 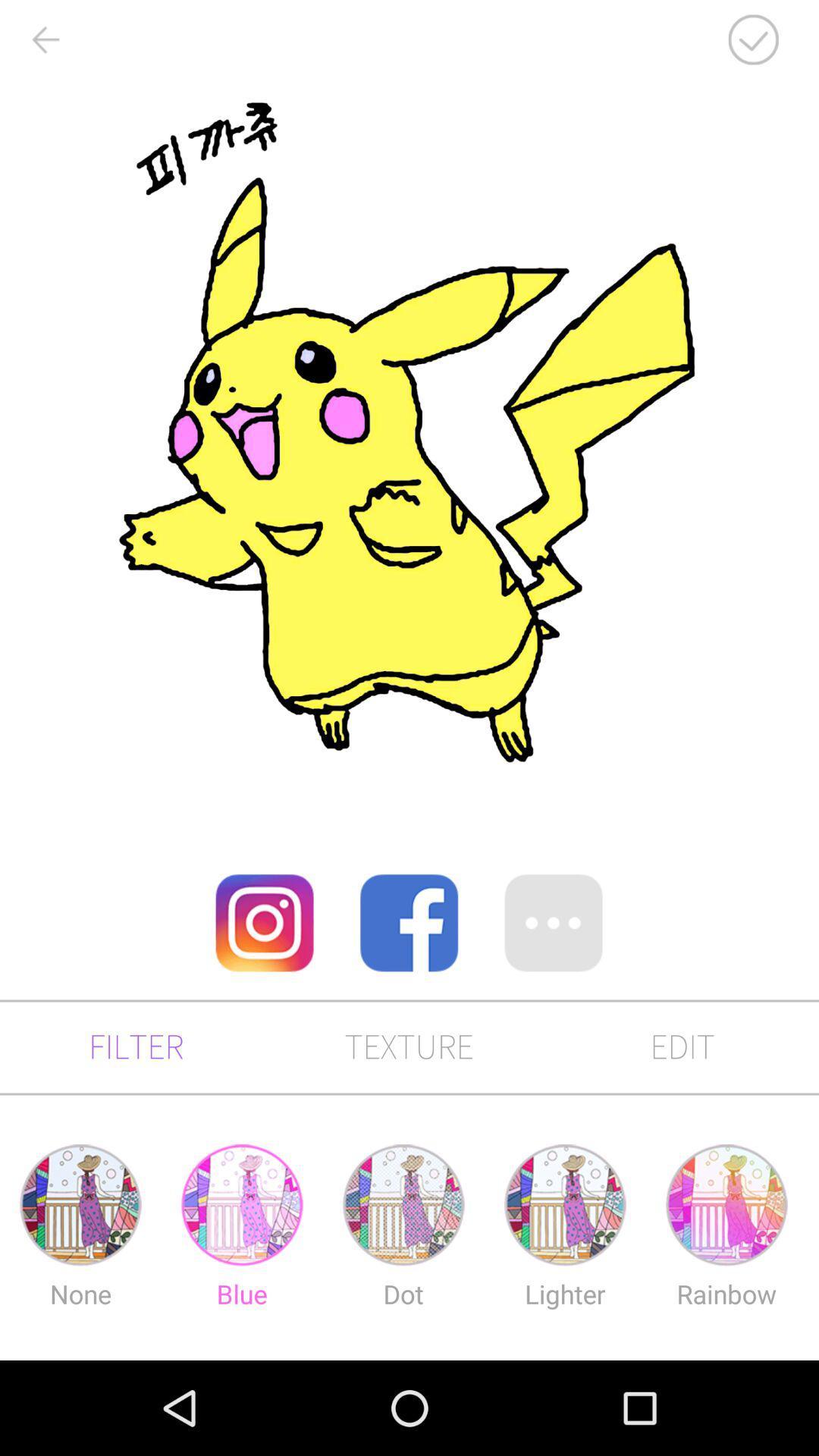 What do you see at coordinates (44, 39) in the screenshot?
I see `the arrow_backward icon` at bounding box center [44, 39].